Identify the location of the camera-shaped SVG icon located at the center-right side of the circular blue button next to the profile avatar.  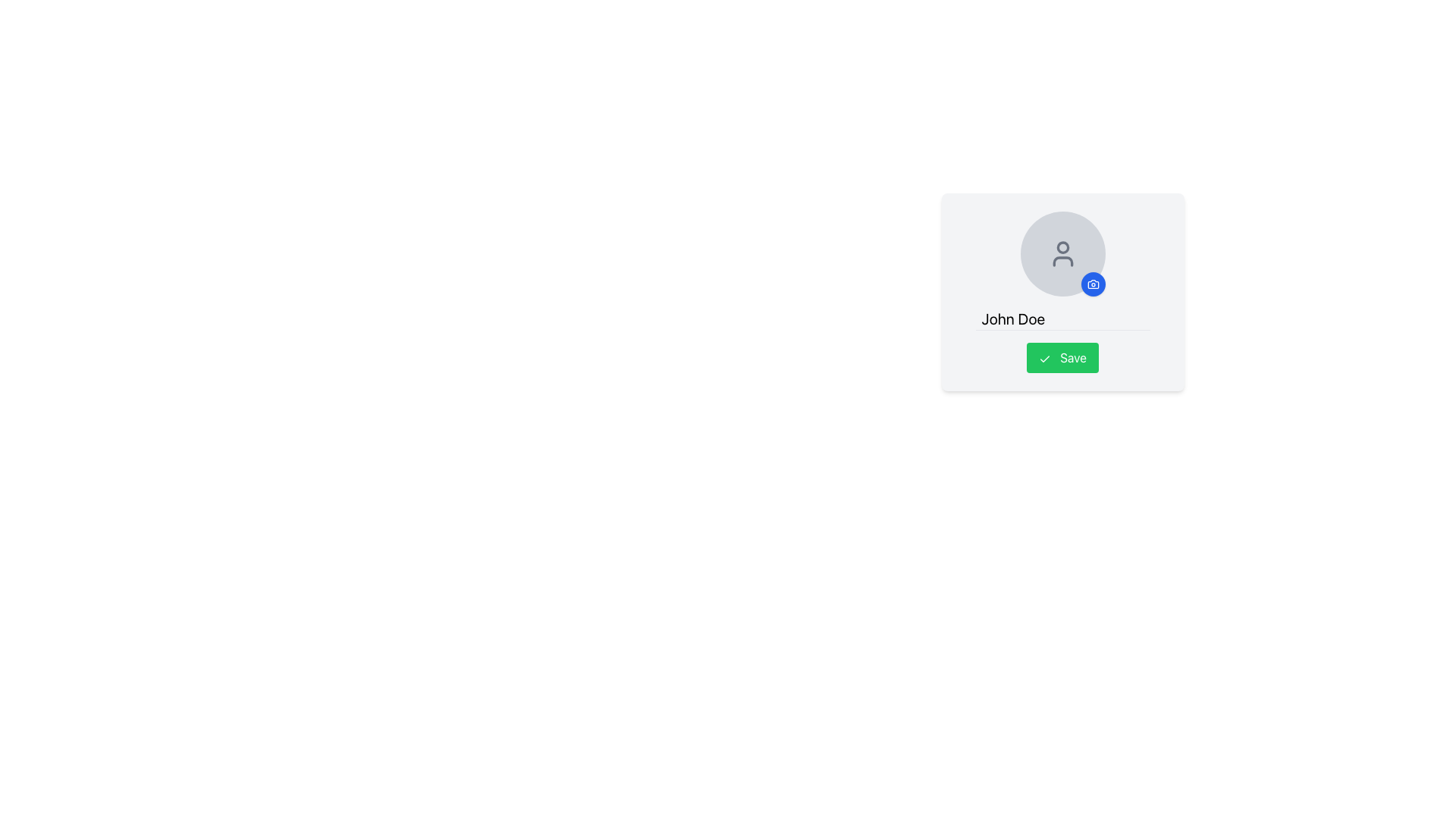
(1093, 284).